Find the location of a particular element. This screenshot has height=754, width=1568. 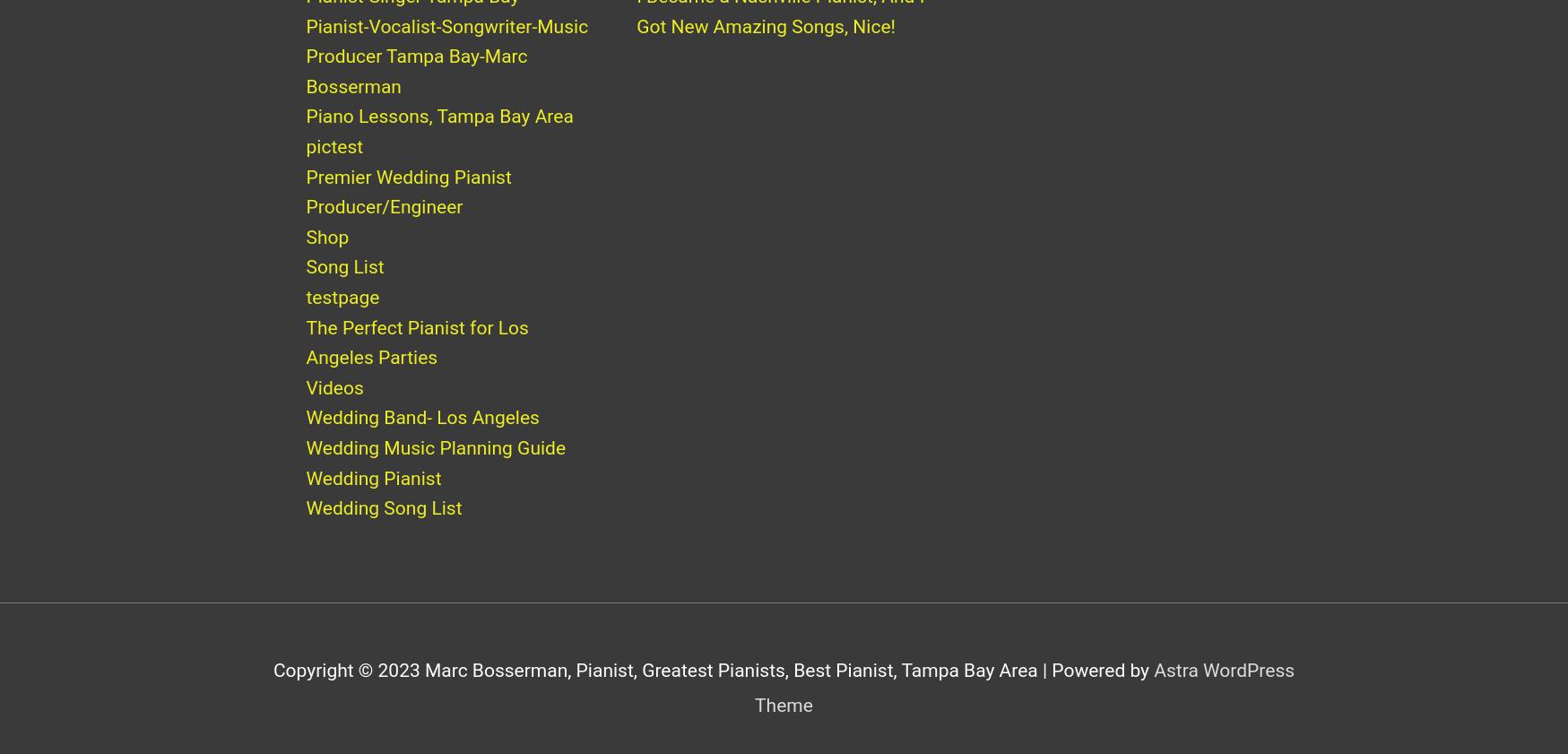

'Shop' is located at coordinates (327, 254).